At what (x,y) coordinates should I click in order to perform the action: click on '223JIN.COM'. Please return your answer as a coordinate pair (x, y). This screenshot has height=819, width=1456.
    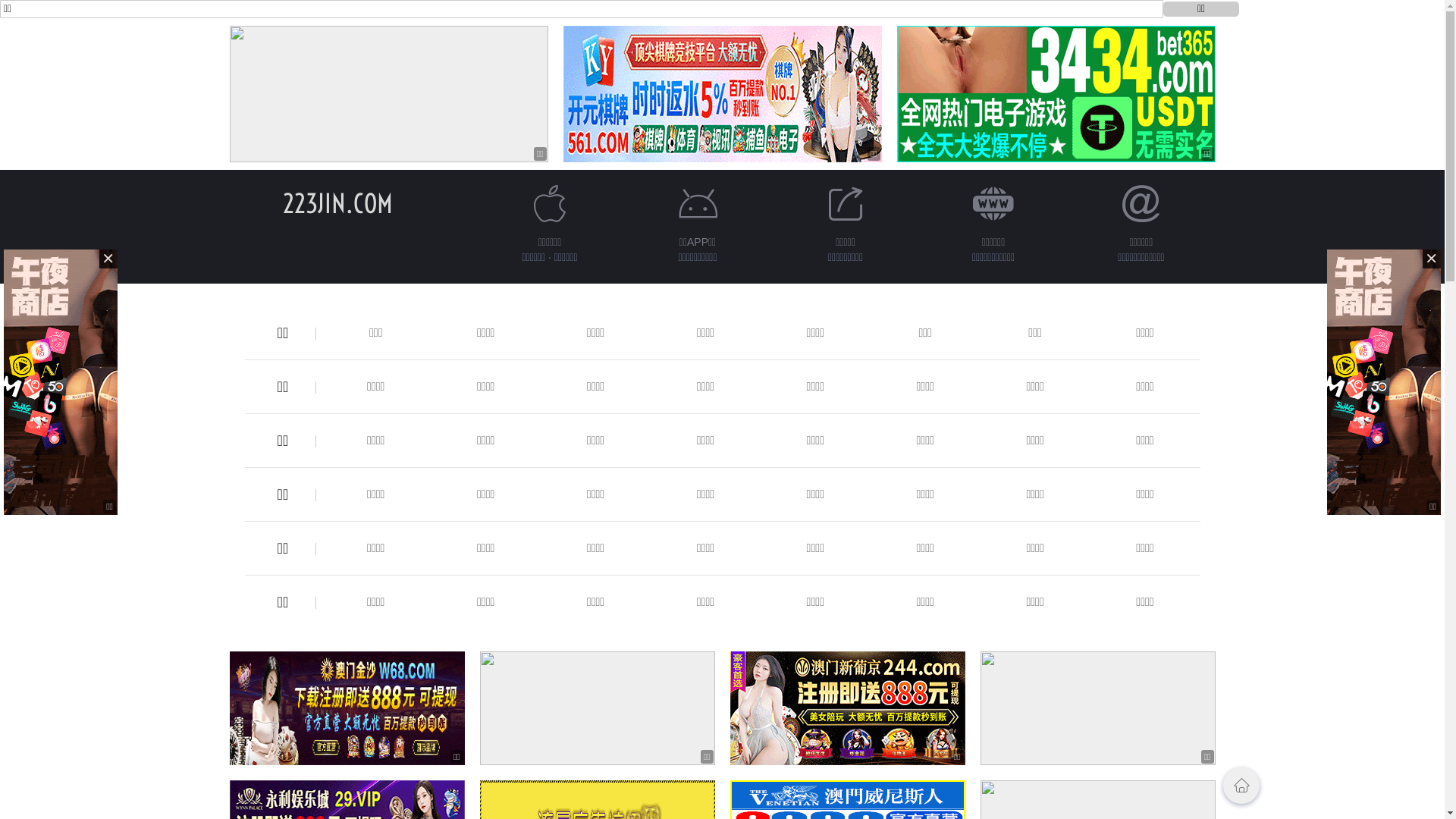
    Looking at the image, I should click on (337, 202).